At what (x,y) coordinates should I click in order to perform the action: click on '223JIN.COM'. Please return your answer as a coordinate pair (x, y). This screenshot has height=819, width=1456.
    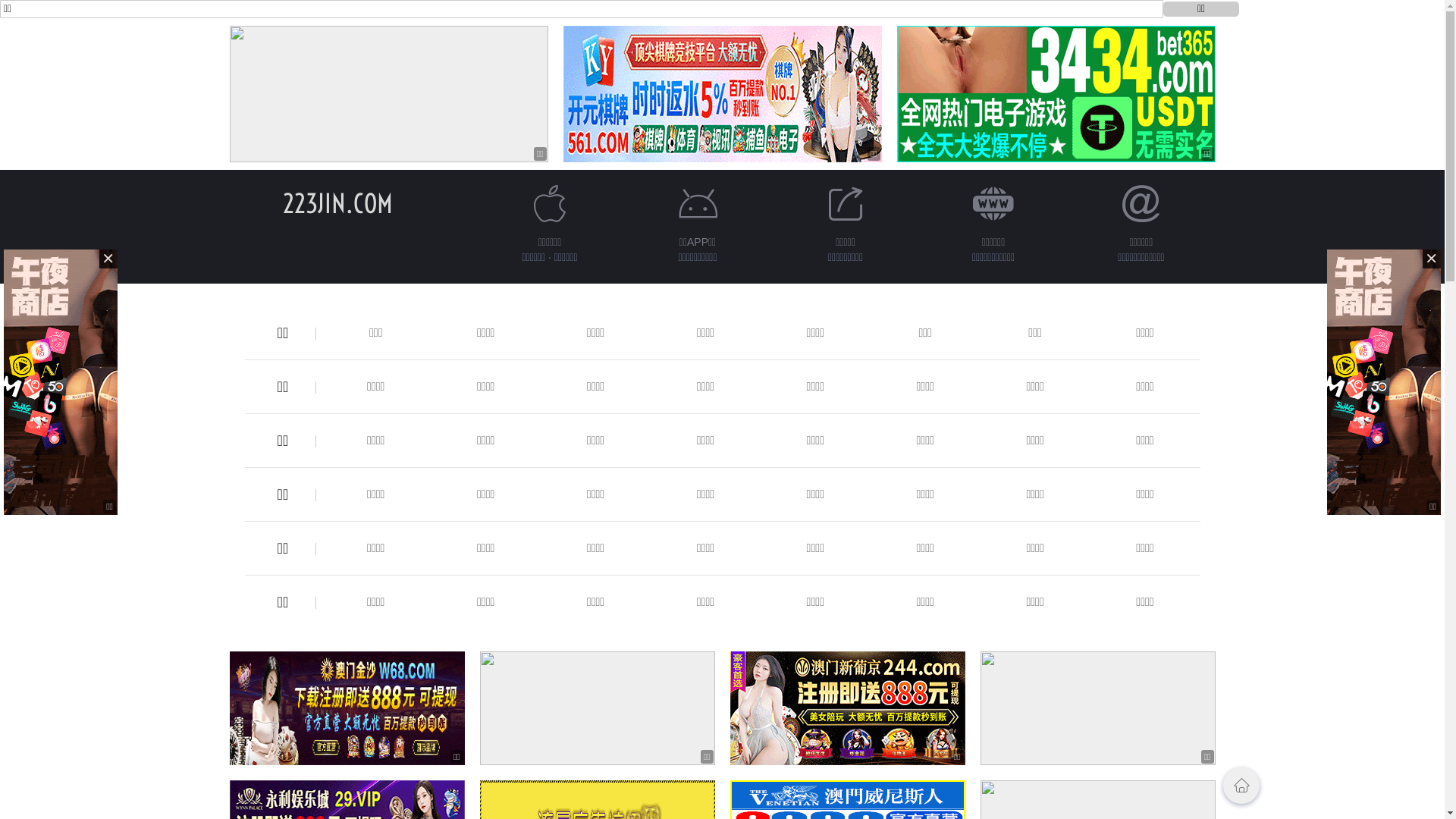
    Looking at the image, I should click on (337, 202).